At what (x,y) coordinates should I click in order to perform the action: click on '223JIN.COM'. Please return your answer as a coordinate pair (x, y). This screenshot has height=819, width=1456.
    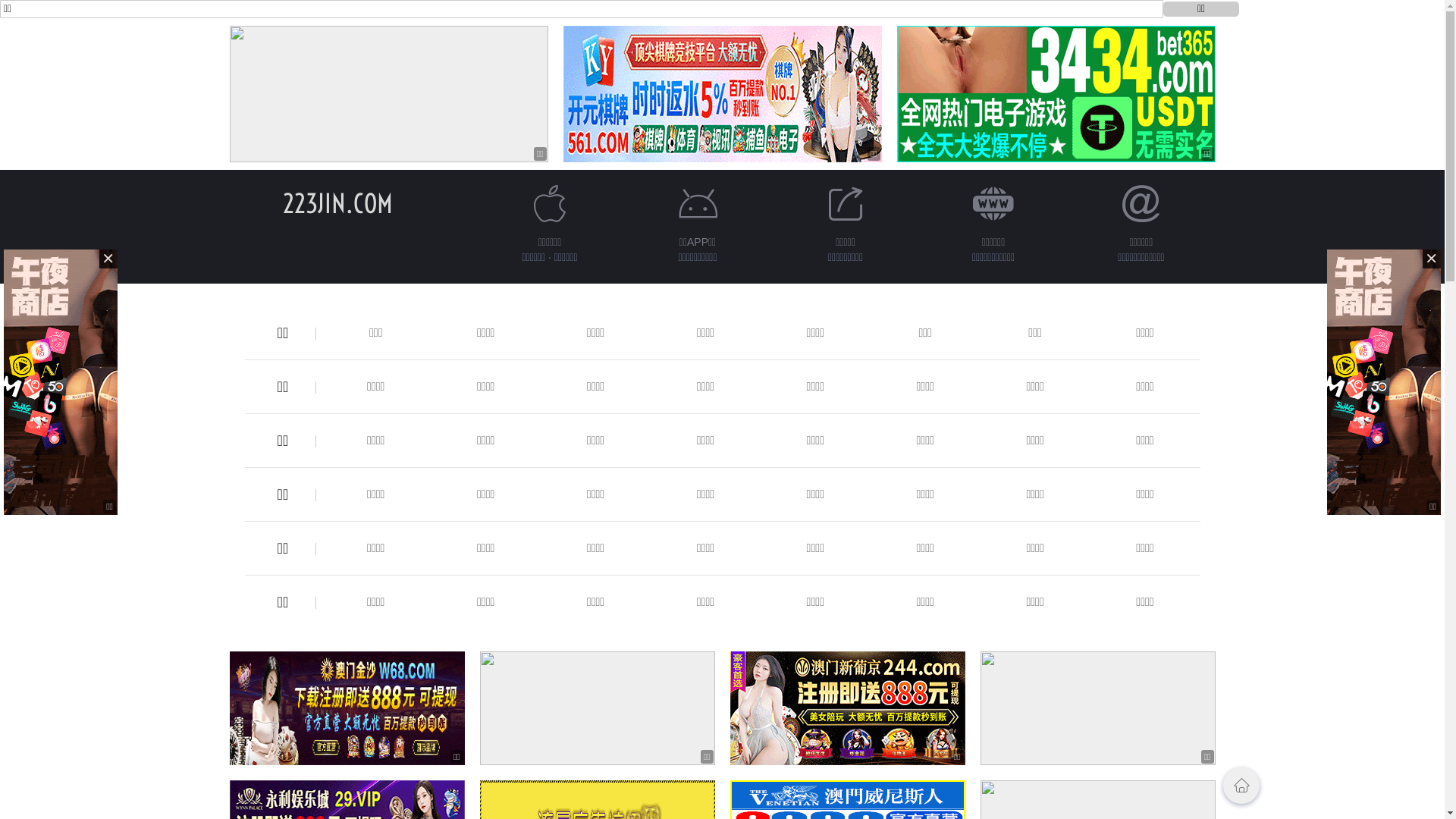
    Looking at the image, I should click on (337, 202).